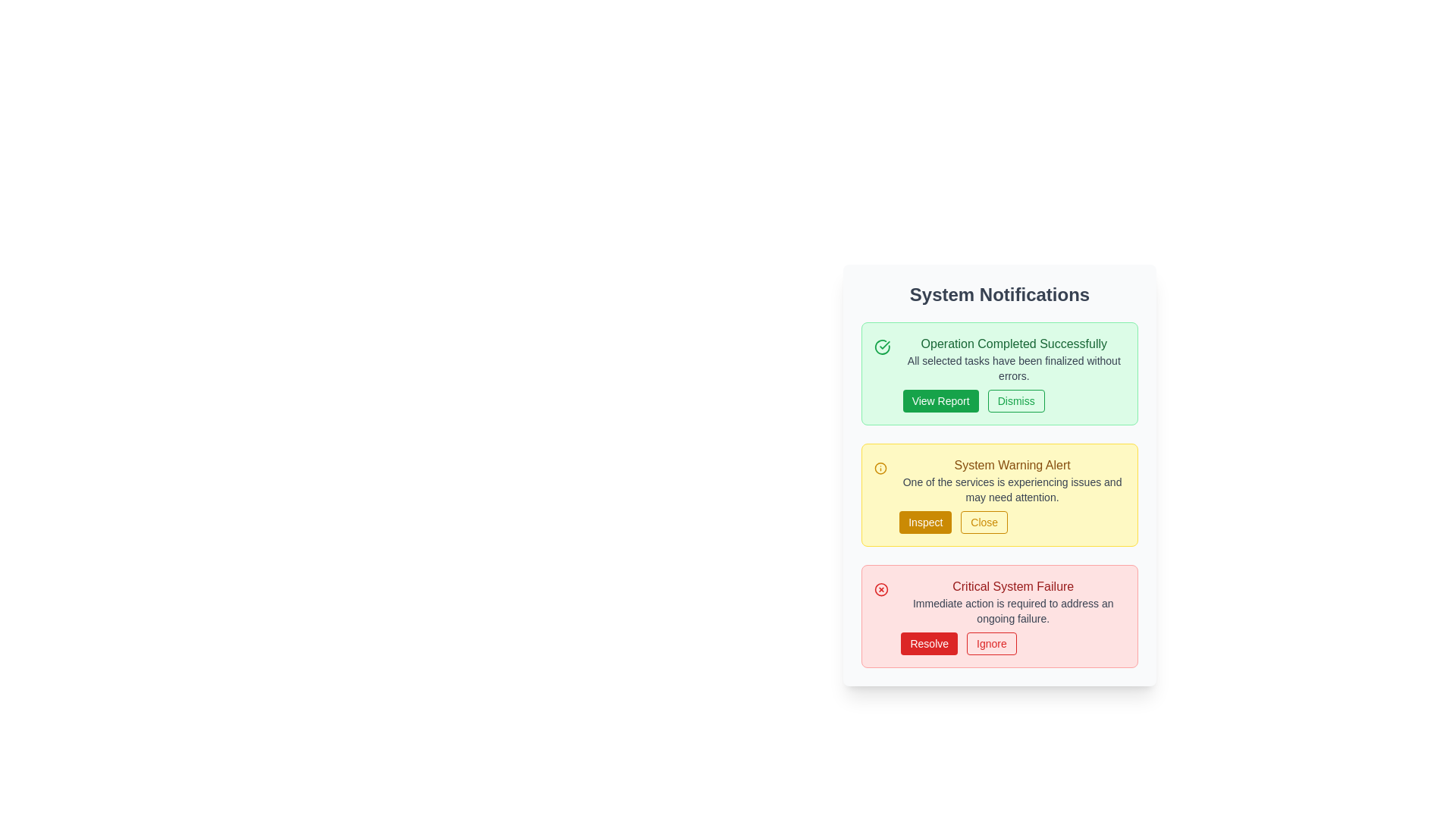 The width and height of the screenshot is (1456, 819). What do you see at coordinates (1012, 522) in the screenshot?
I see `the Close button in the System Warning Alert box` at bounding box center [1012, 522].